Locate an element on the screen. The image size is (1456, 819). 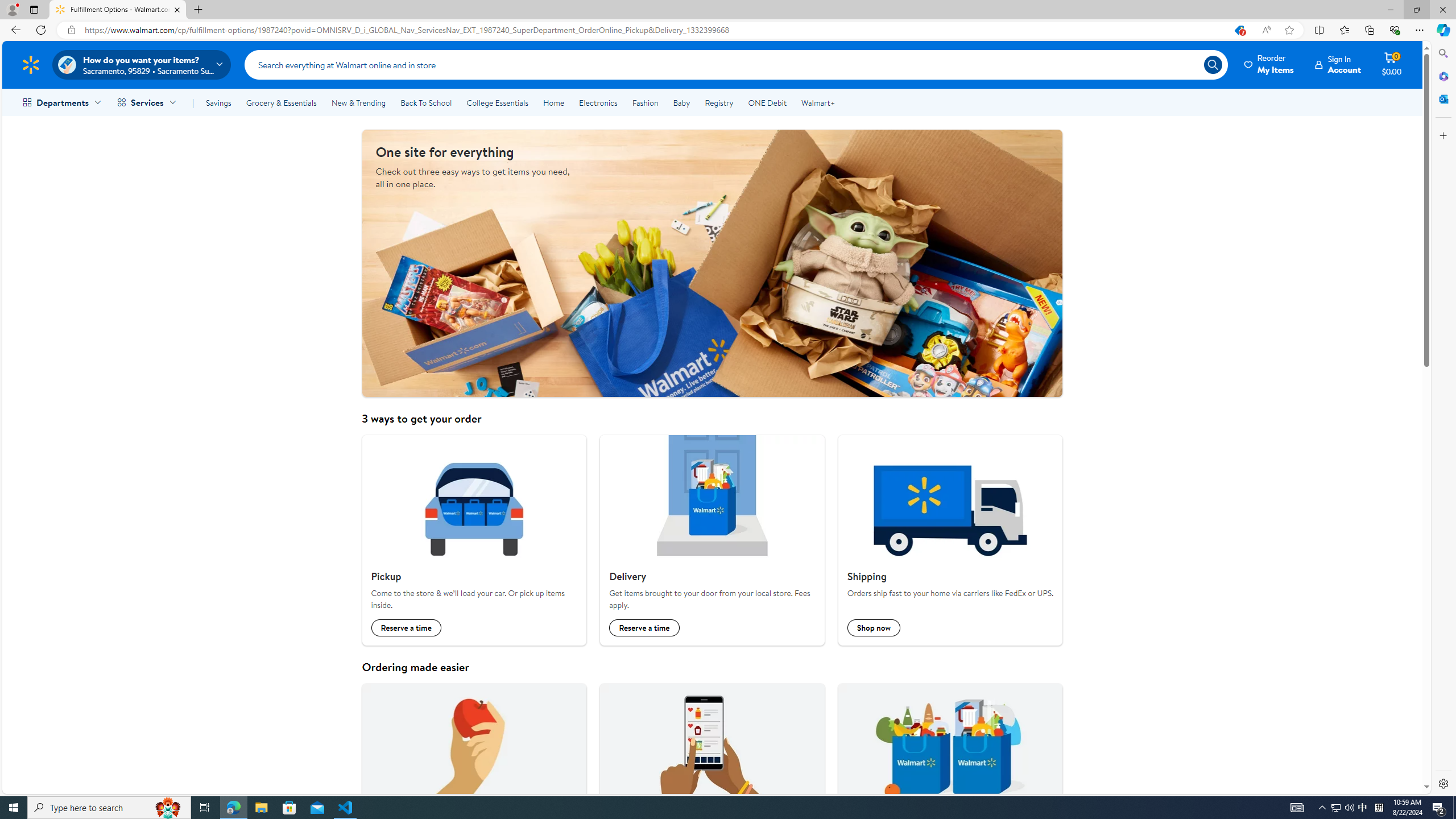
'Walmart Homepage' is located at coordinates (30, 64).